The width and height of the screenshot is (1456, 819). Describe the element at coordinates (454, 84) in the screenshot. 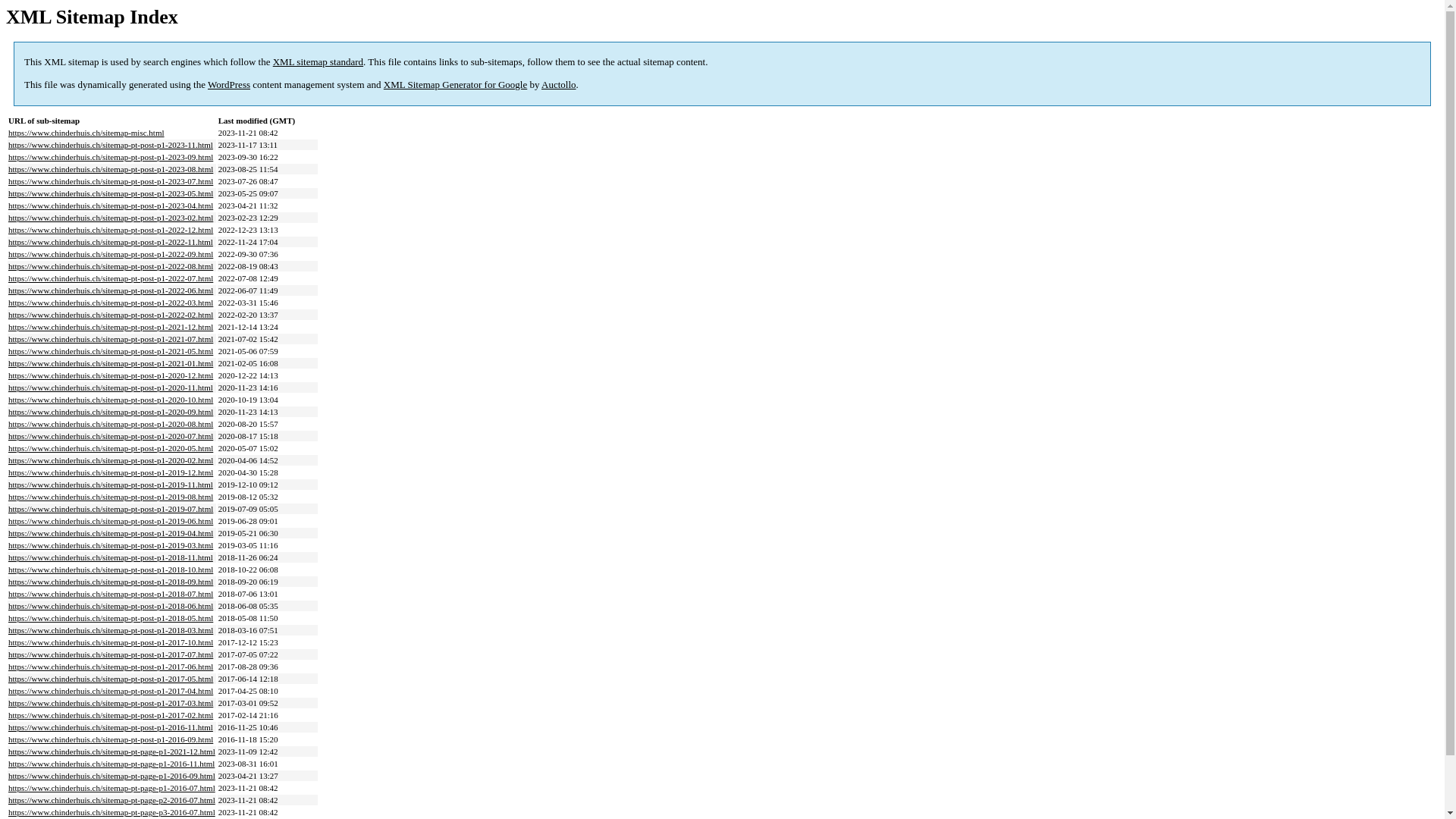

I see `'XML Sitemap Generator for Google'` at that location.